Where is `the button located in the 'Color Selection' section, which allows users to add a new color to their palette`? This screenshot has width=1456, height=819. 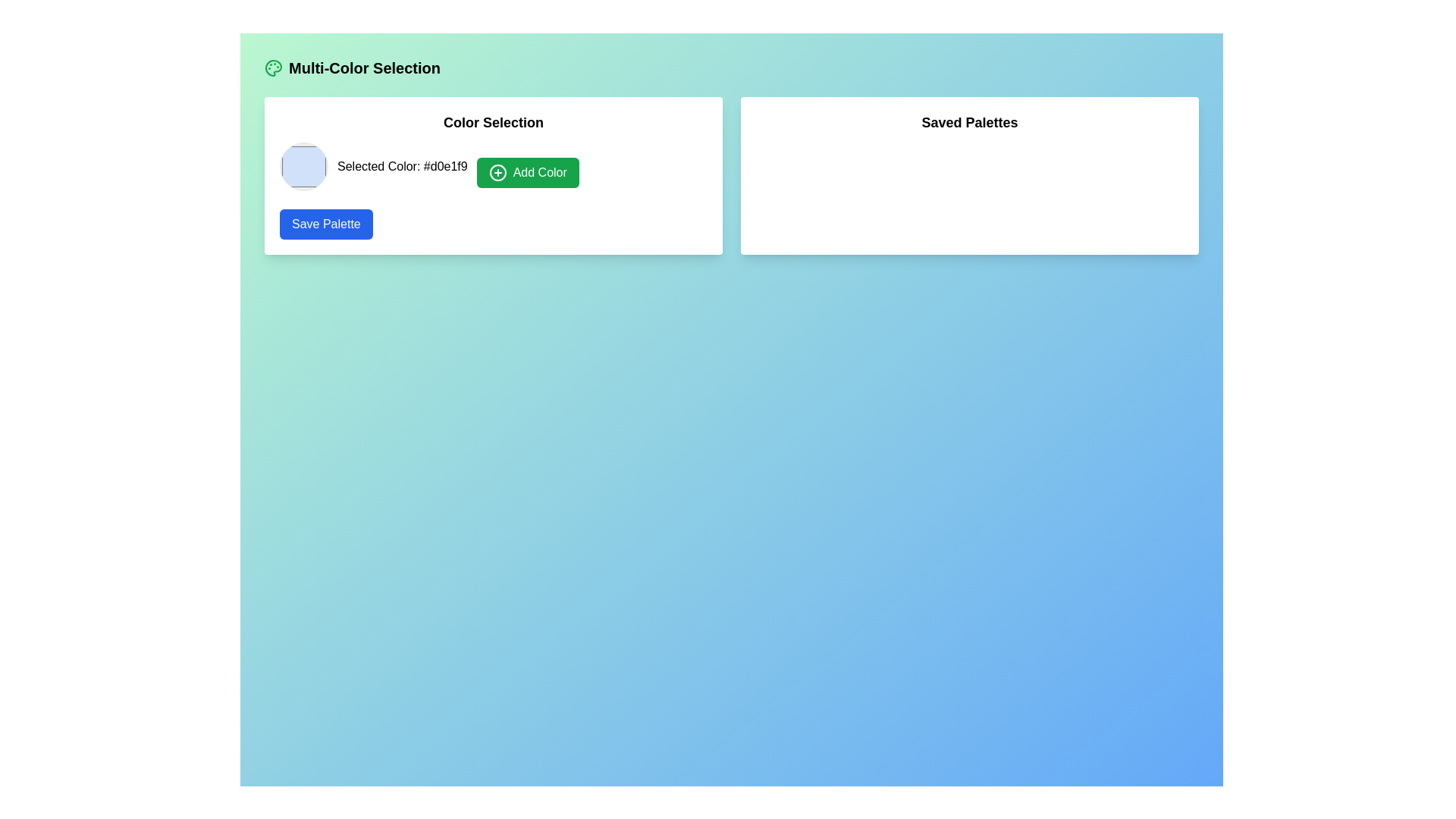
the button located in the 'Color Selection' section, which allows users to add a new color to their palette is located at coordinates (528, 171).